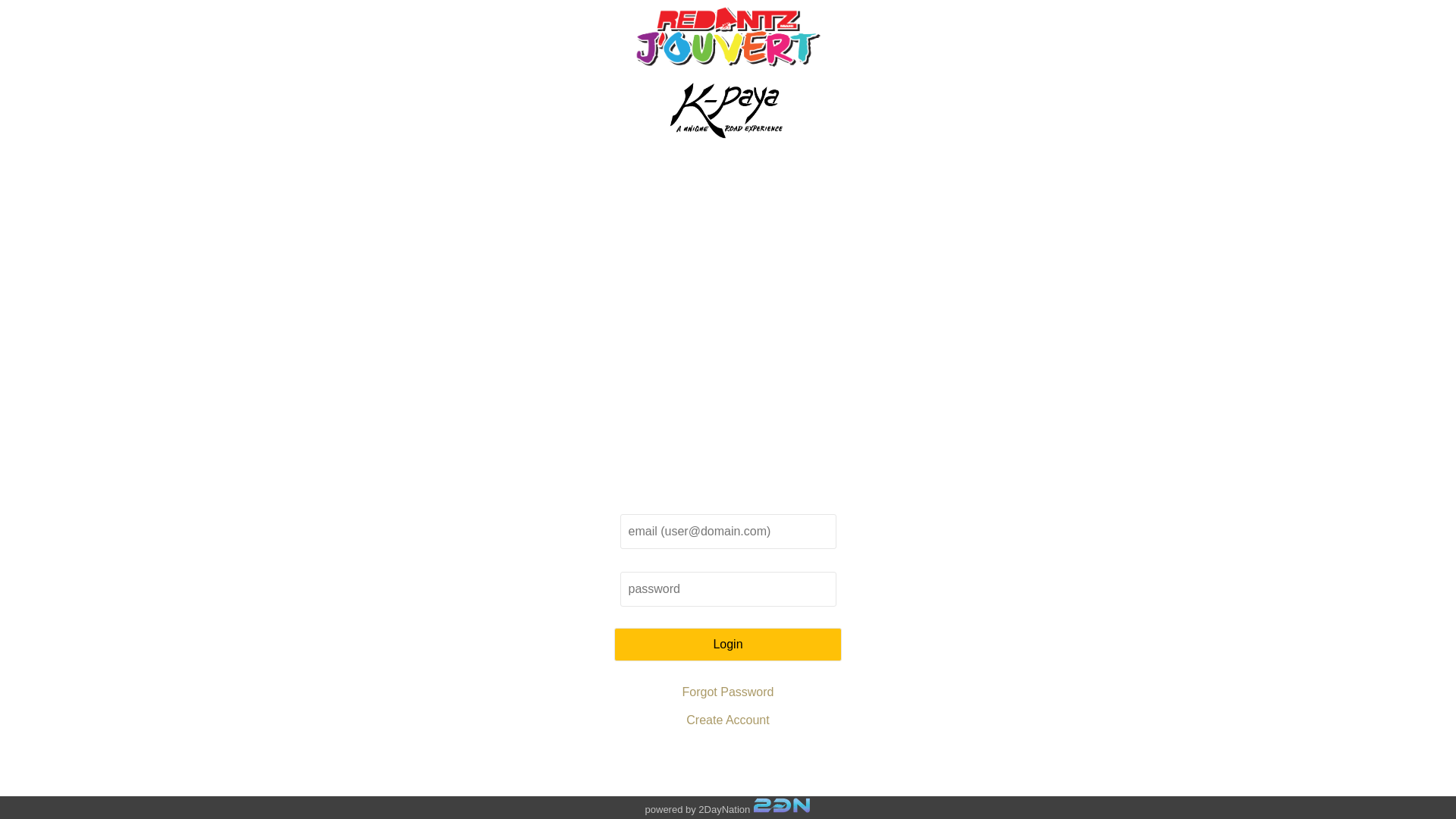 The width and height of the screenshot is (1456, 819). What do you see at coordinates (728, 692) in the screenshot?
I see `'Forgot Password'` at bounding box center [728, 692].